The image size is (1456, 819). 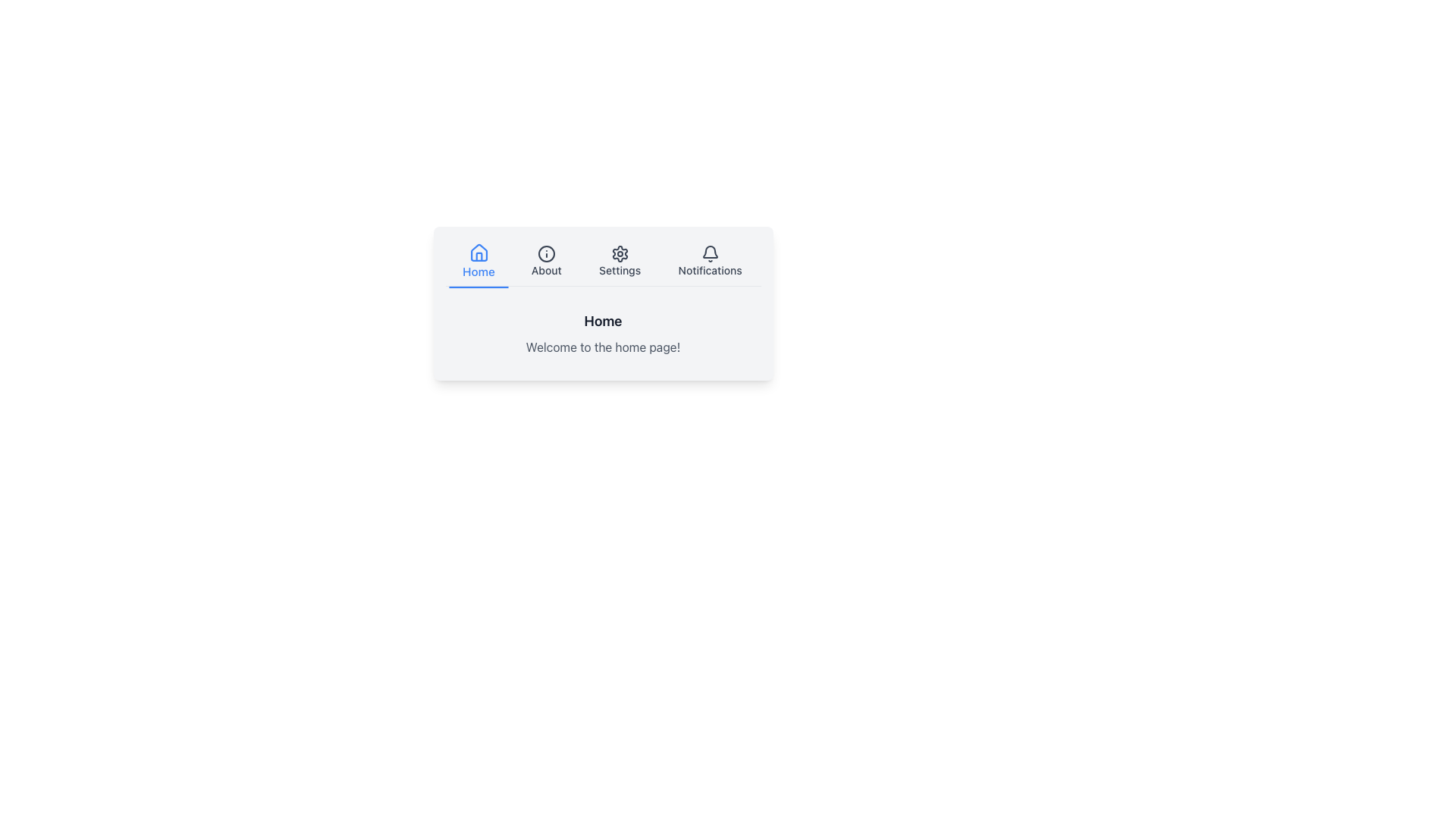 I want to click on the blue-outlined house icon representing the 'Home' section in the navigation bar, so click(x=478, y=252).